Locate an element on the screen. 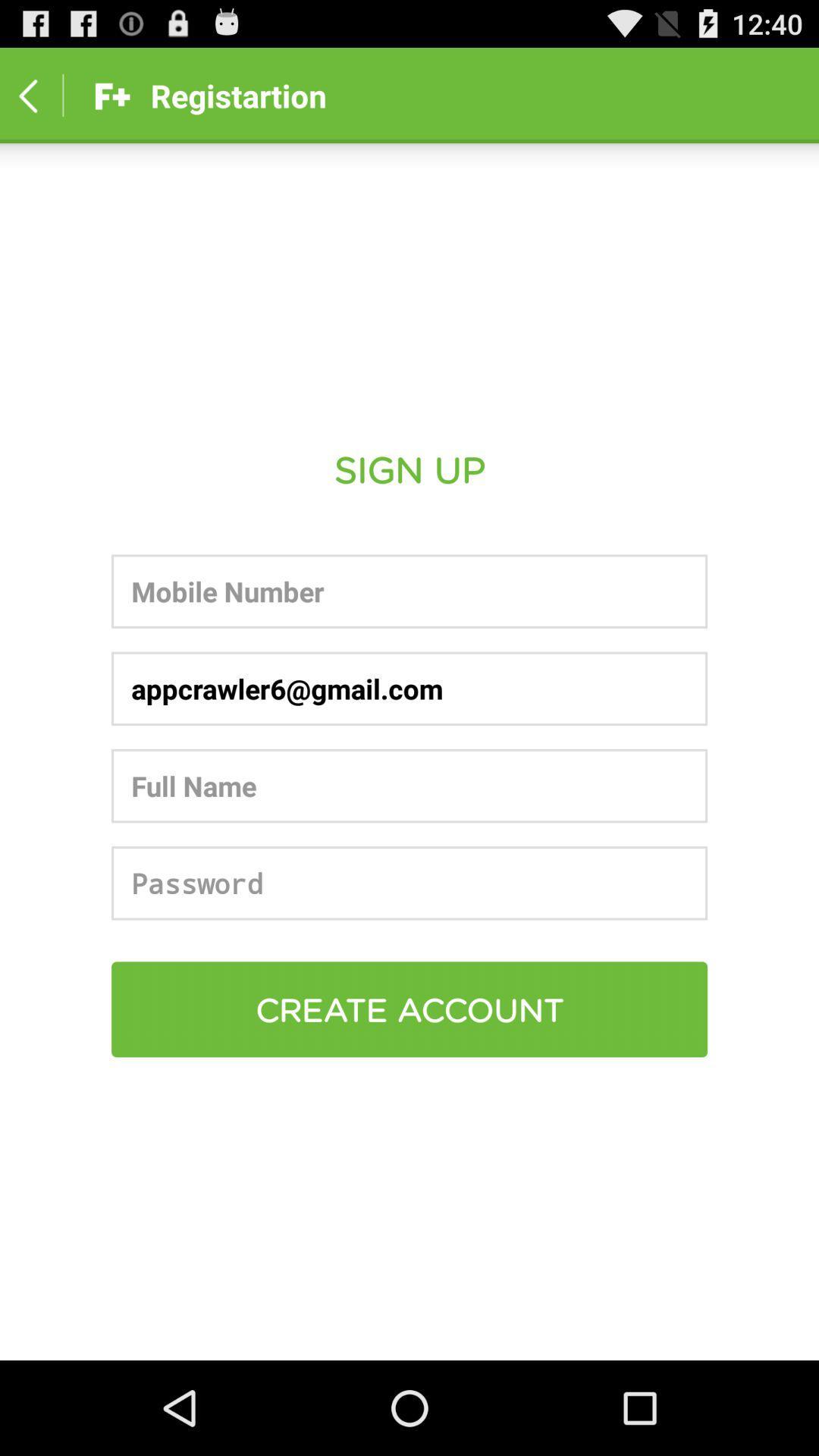 Image resolution: width=819 pixels, height=1456 pixels. mobile number is located at coordinates (409, 590).